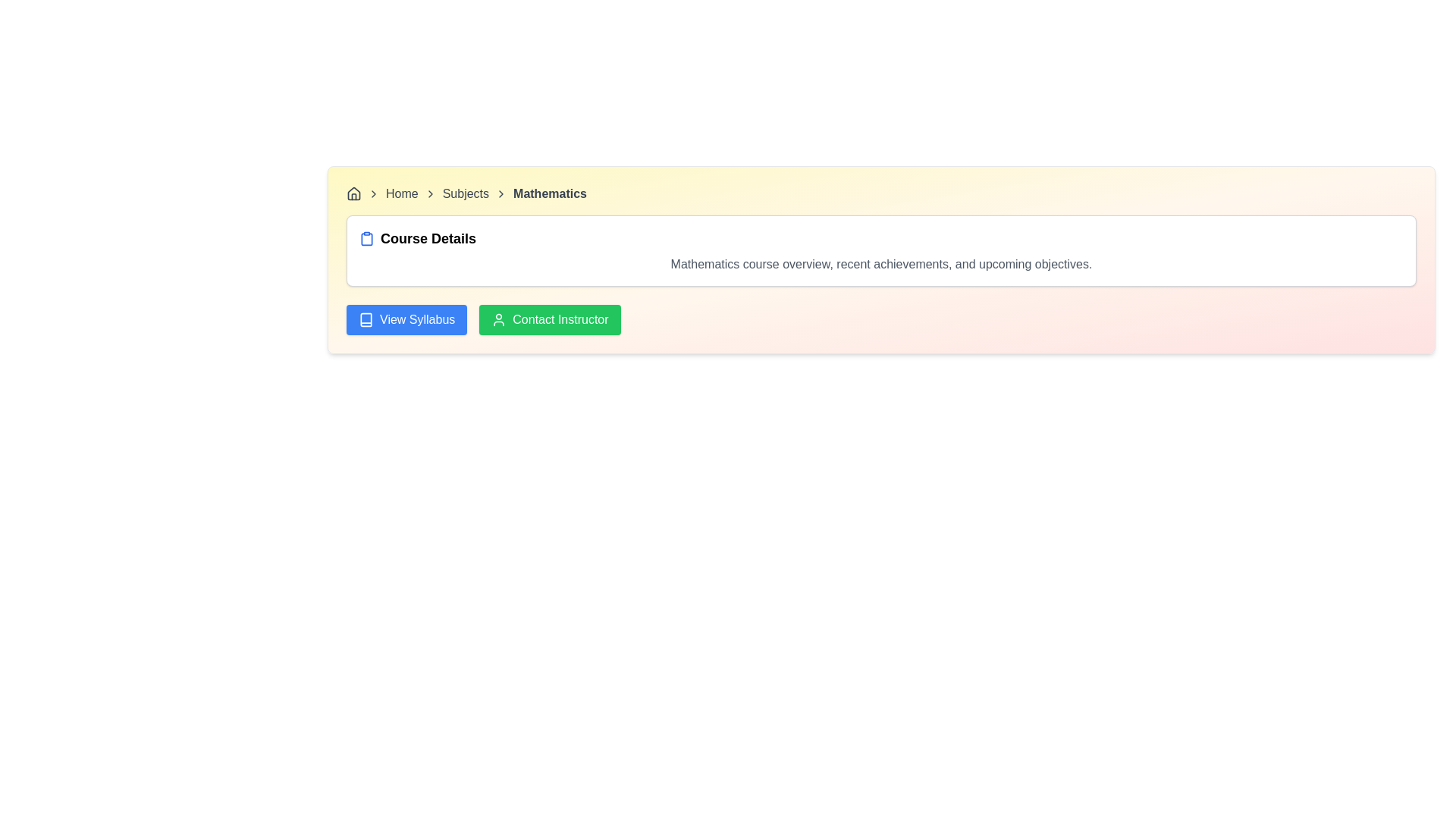 The width and height of the screenshot is (1456, 819). Describe the element at coordinates (429, 193) in the screenshot. I see `the second right-chevron icon in the breadcrumb navigation bar, which represents navigation or progression` at that location.